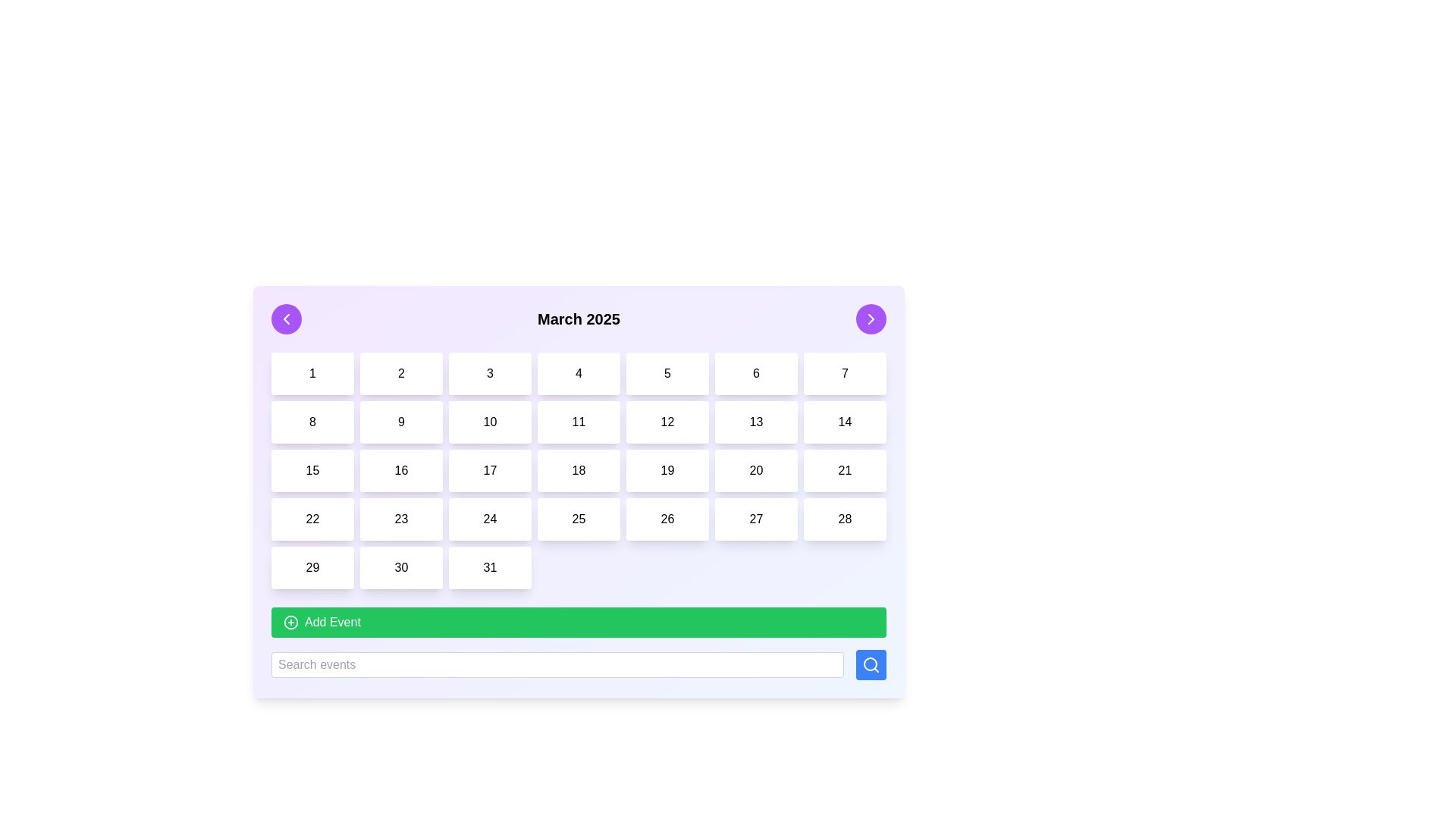 The image size is (1456, 819). I want to click on the Date Cell representing the 27th day in the March 2025 calendar, so click(756, 519).